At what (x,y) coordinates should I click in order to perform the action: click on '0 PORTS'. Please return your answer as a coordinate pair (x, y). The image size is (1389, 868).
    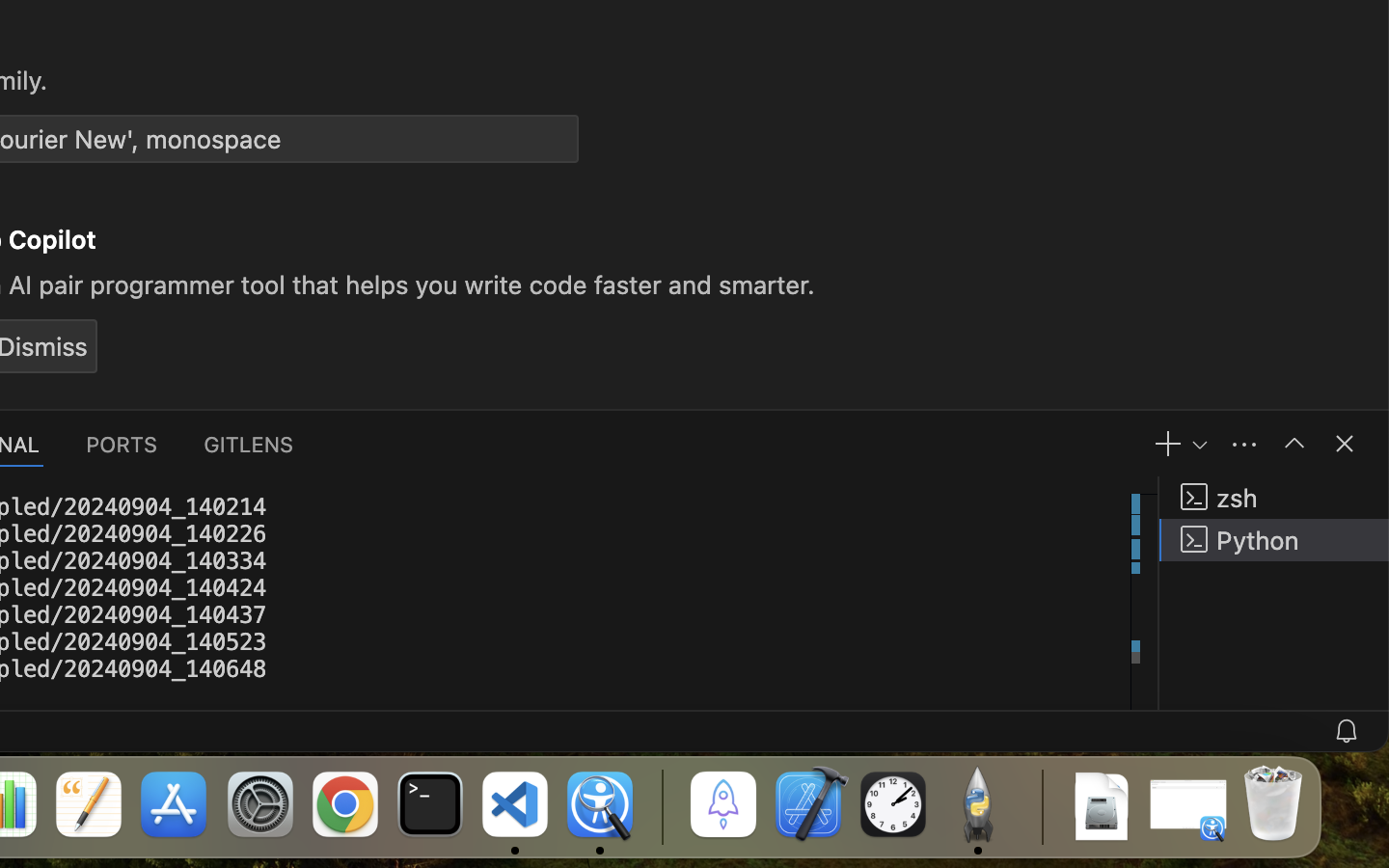
    Looking at the image, I should click on (122, 442).